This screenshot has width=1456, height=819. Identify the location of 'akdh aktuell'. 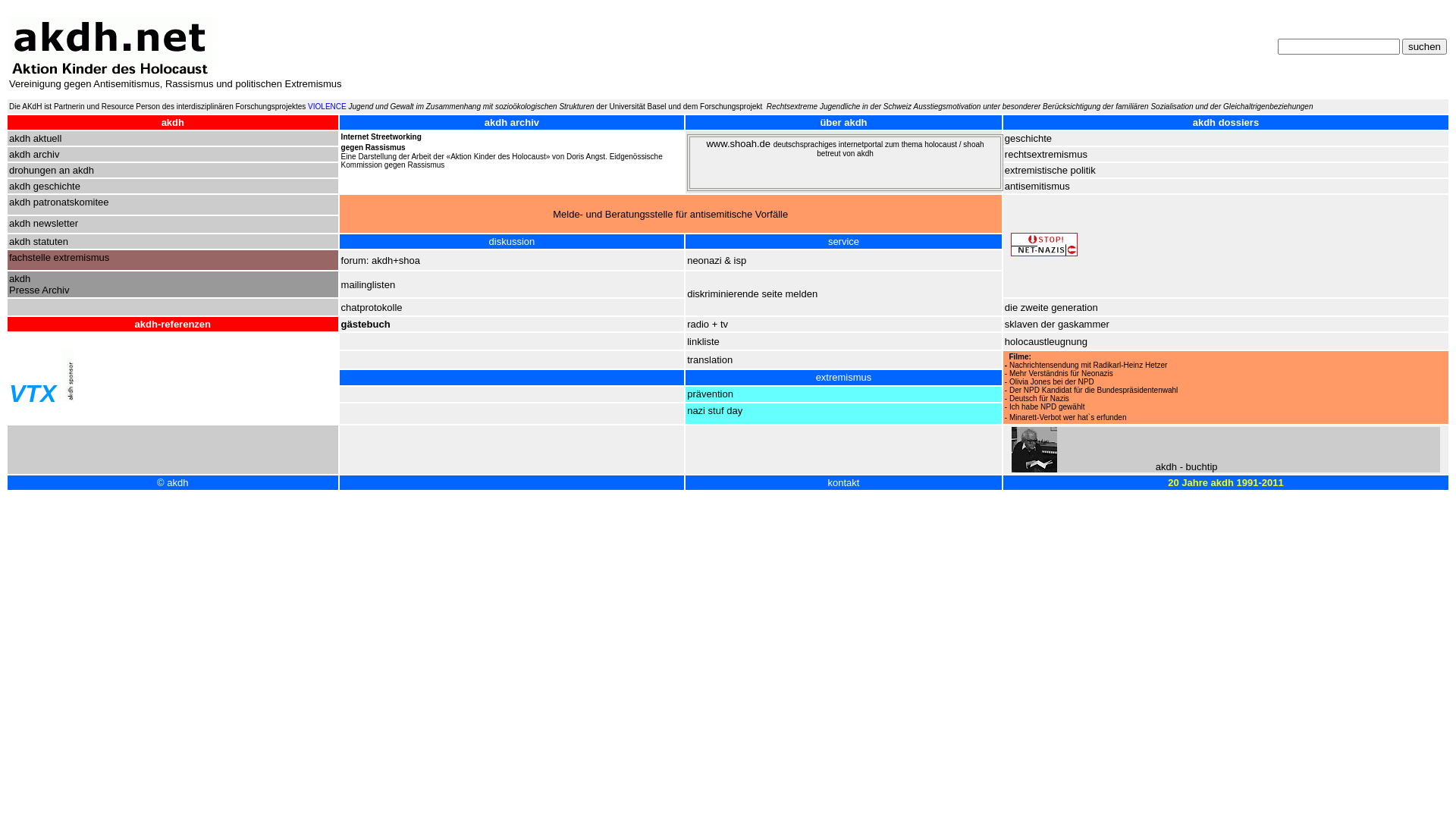
(35, 138).